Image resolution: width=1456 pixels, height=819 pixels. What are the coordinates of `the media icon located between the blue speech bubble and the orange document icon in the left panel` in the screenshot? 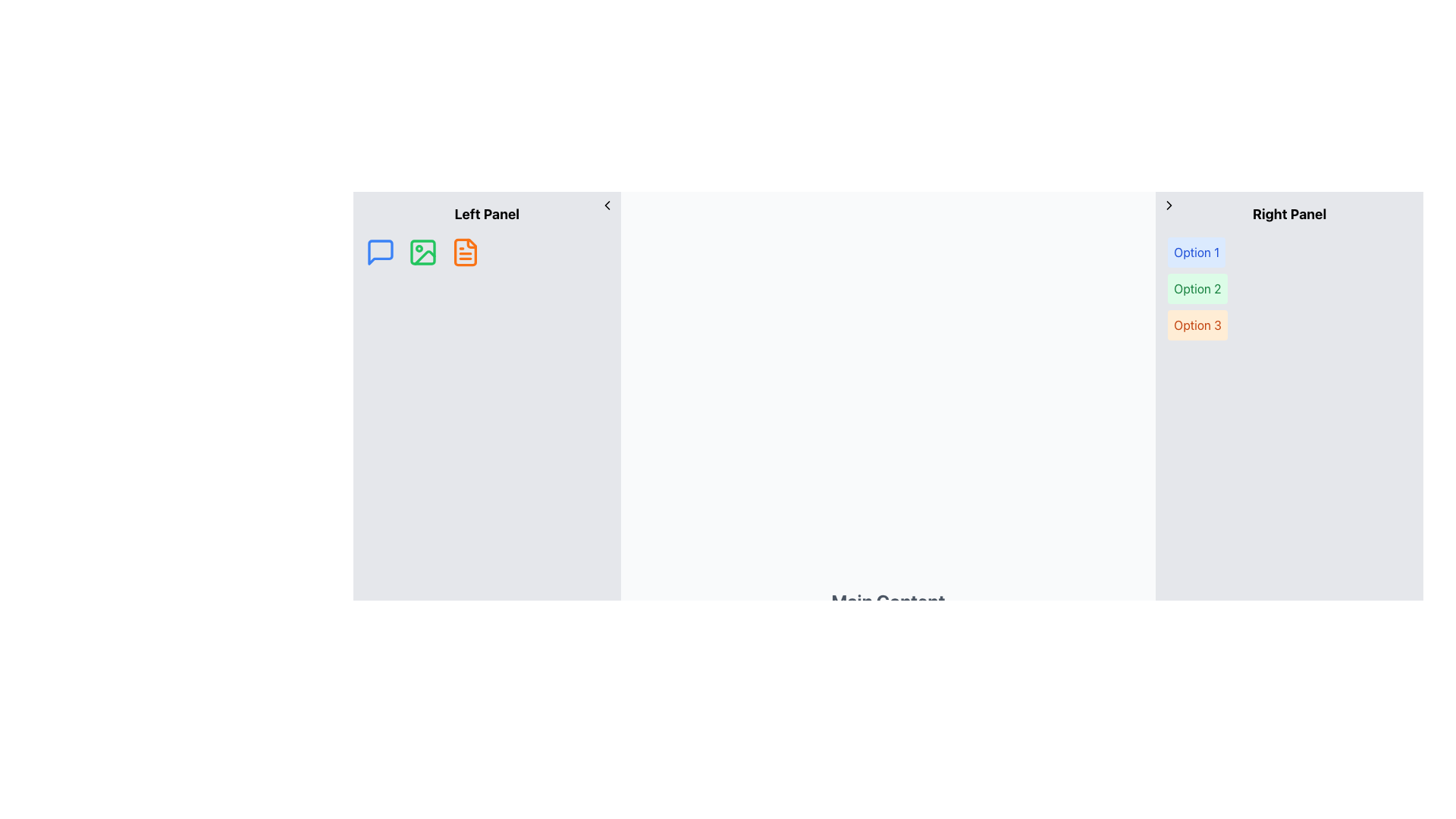 It's located at (422, 251).